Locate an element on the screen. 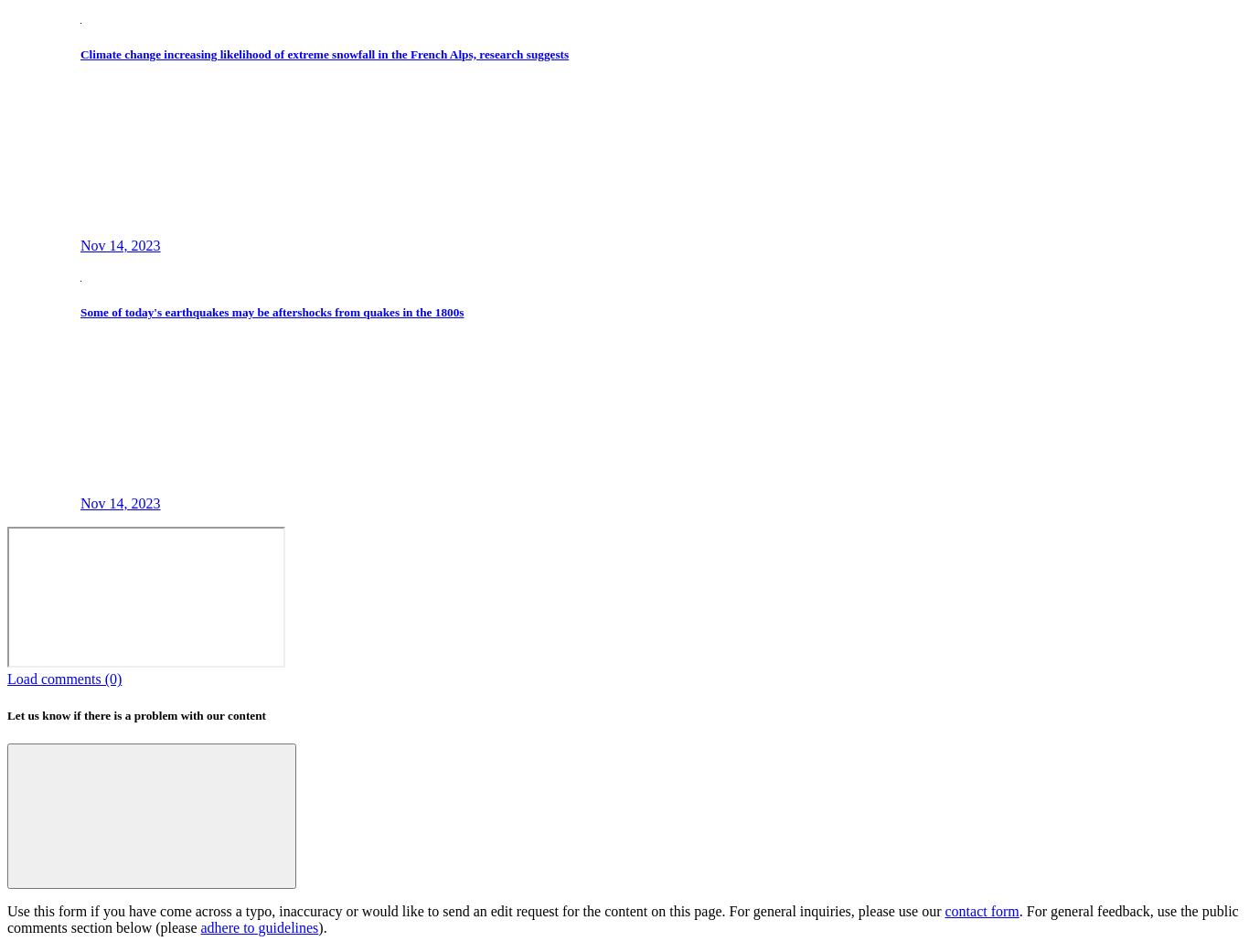  'Let us know if there is a problem with our content' is located at coordinates (135, 714).